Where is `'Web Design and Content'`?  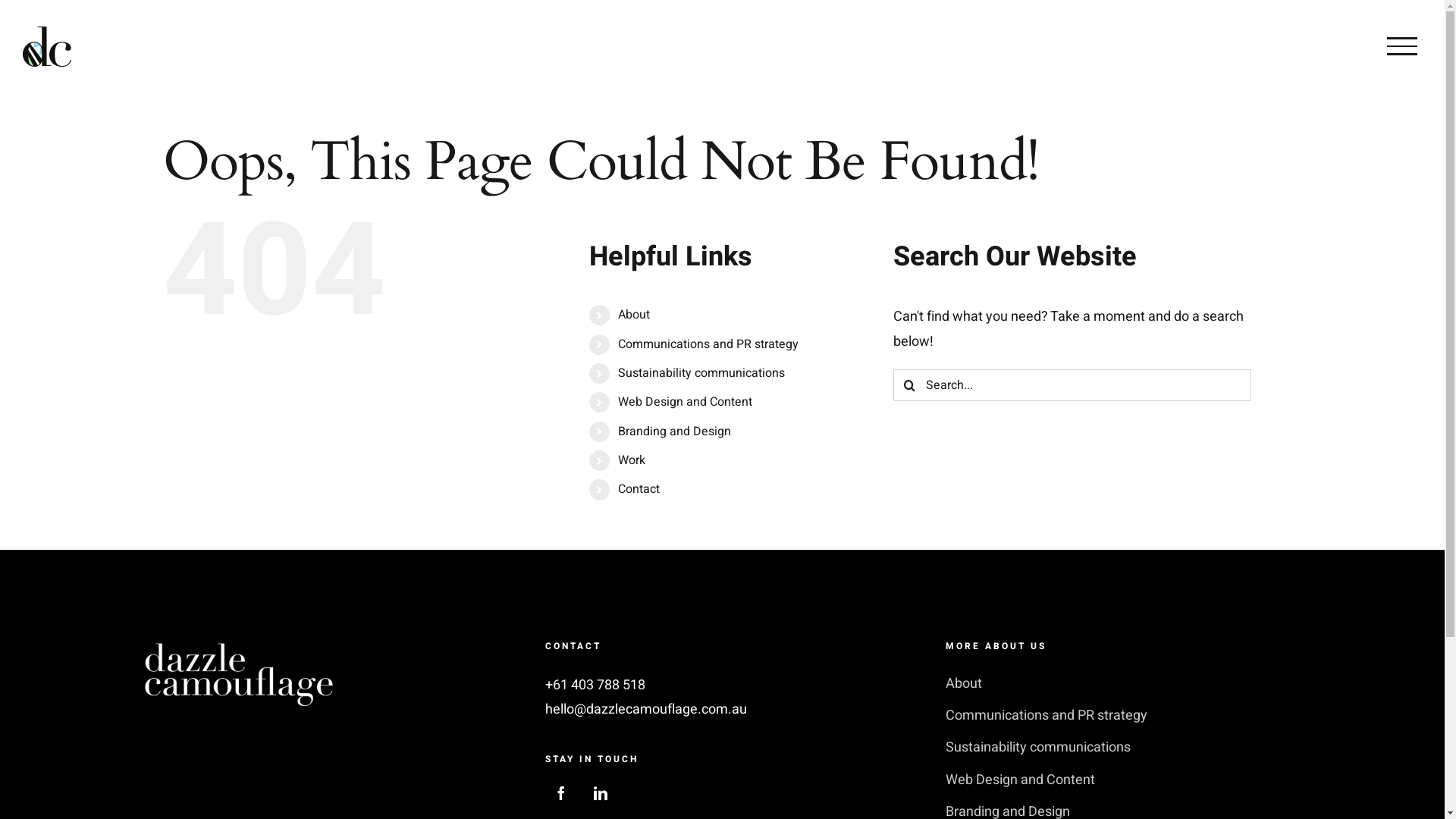 'Web Design and Content' is located at coordinates (684, 400).